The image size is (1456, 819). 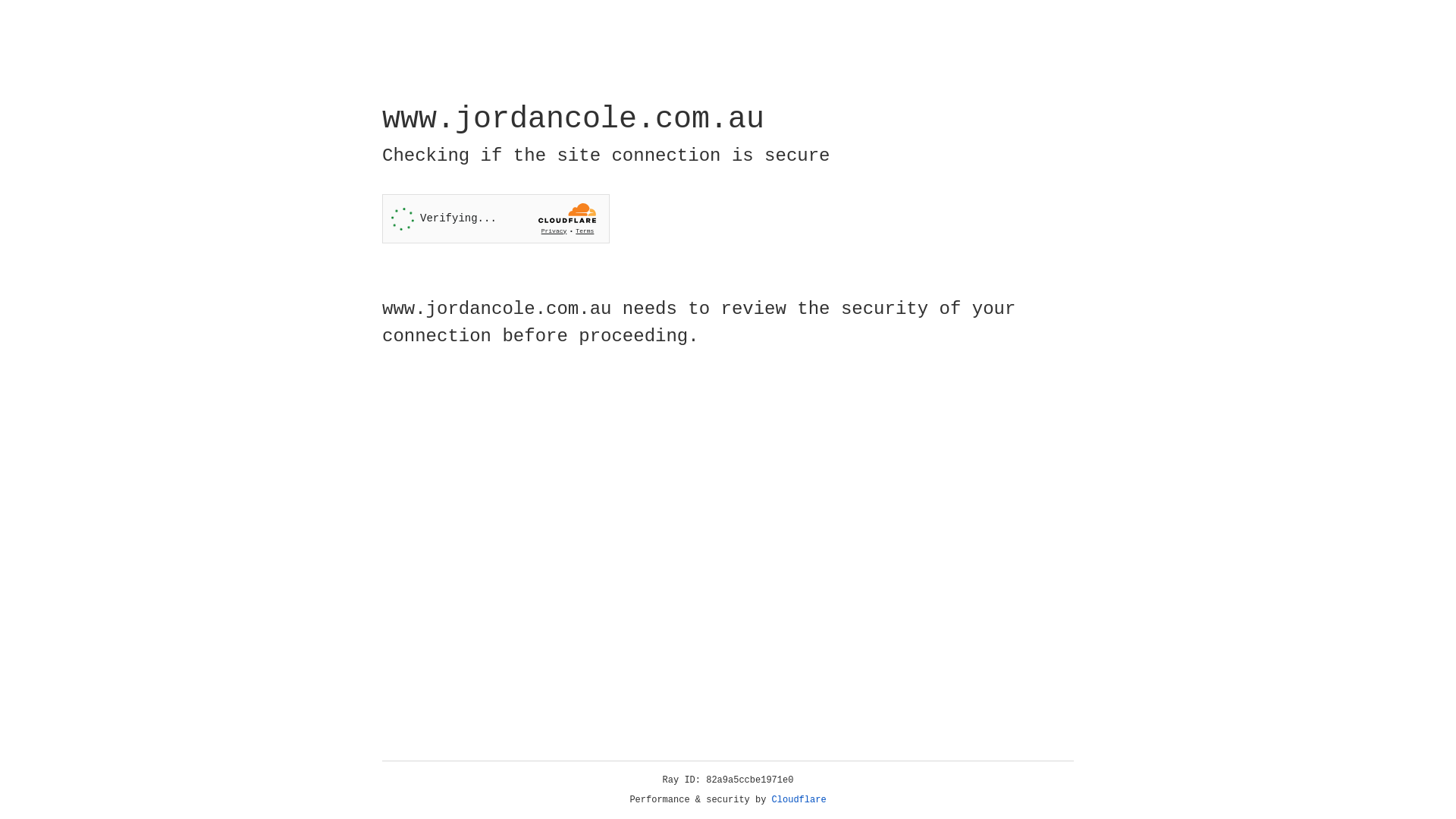 I want to click on 'Cloudflare', so click(x=799, y=799).